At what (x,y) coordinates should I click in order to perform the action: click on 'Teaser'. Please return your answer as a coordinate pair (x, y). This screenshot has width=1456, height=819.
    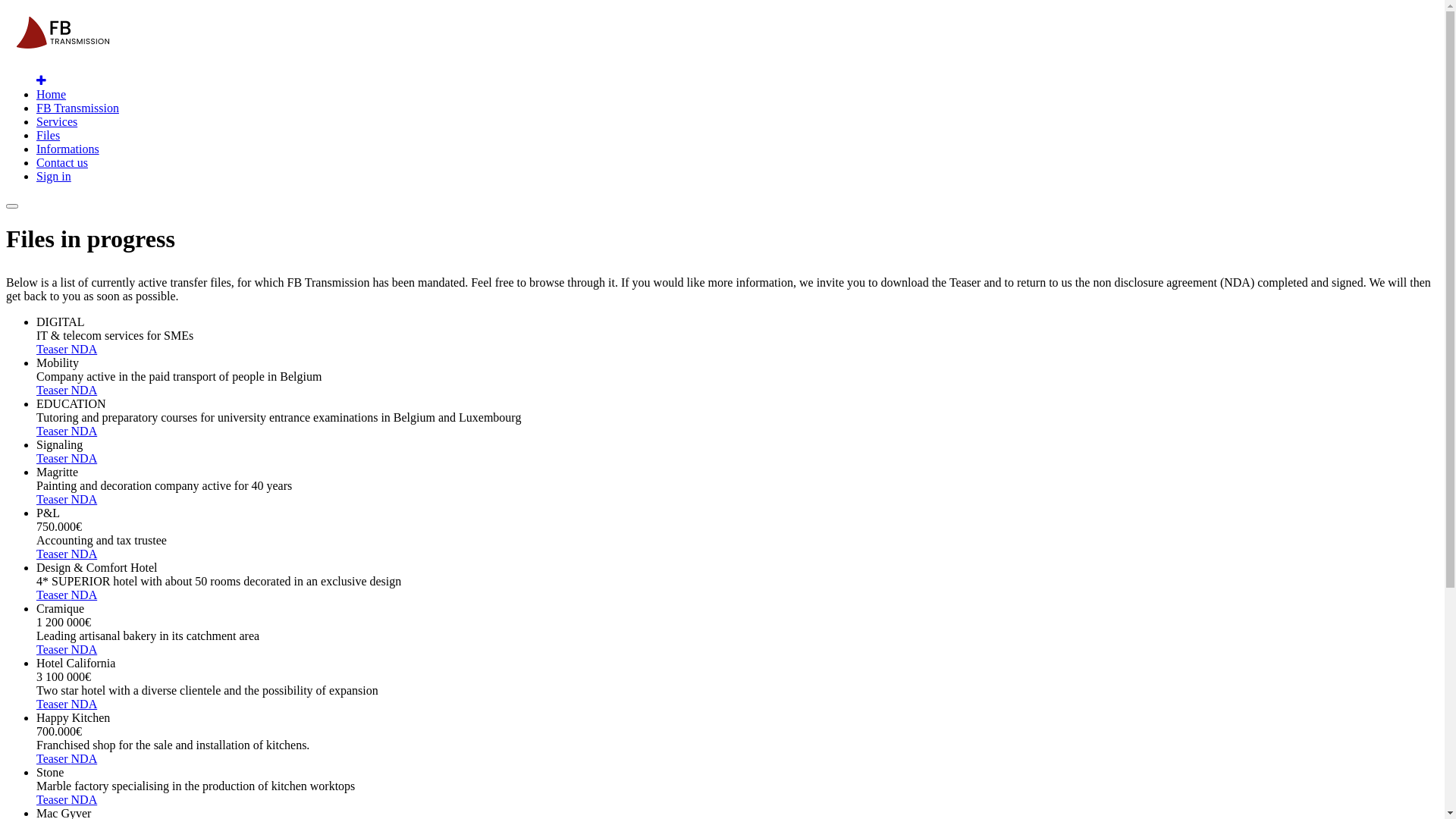
    Looking at the image, I should click on (54, 799).